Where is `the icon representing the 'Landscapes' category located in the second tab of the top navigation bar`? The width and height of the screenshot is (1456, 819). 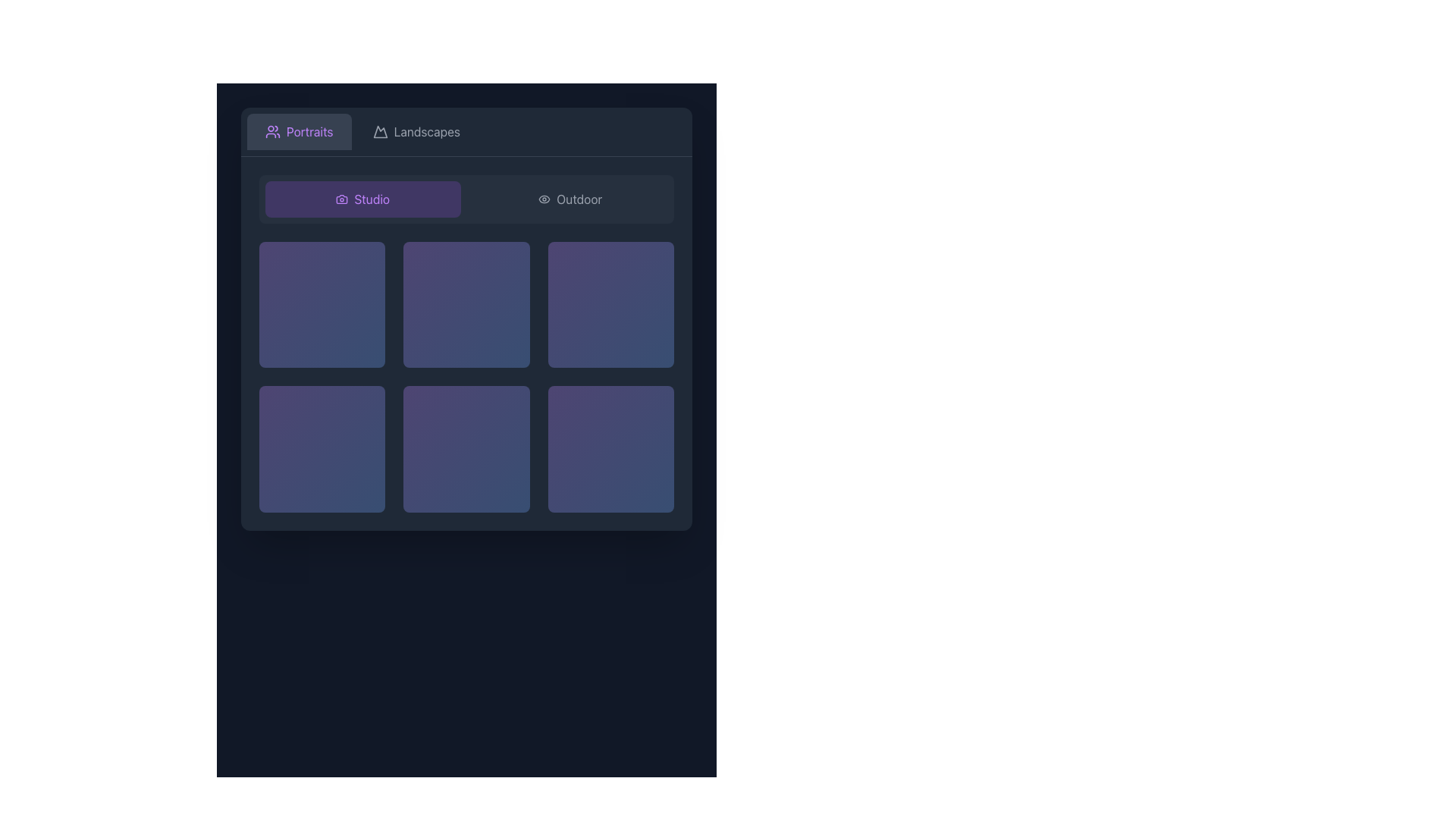
the icon representing the 'Landscapes' category located in the second tab of the top navigation bar is located at coordinates (380, 130).